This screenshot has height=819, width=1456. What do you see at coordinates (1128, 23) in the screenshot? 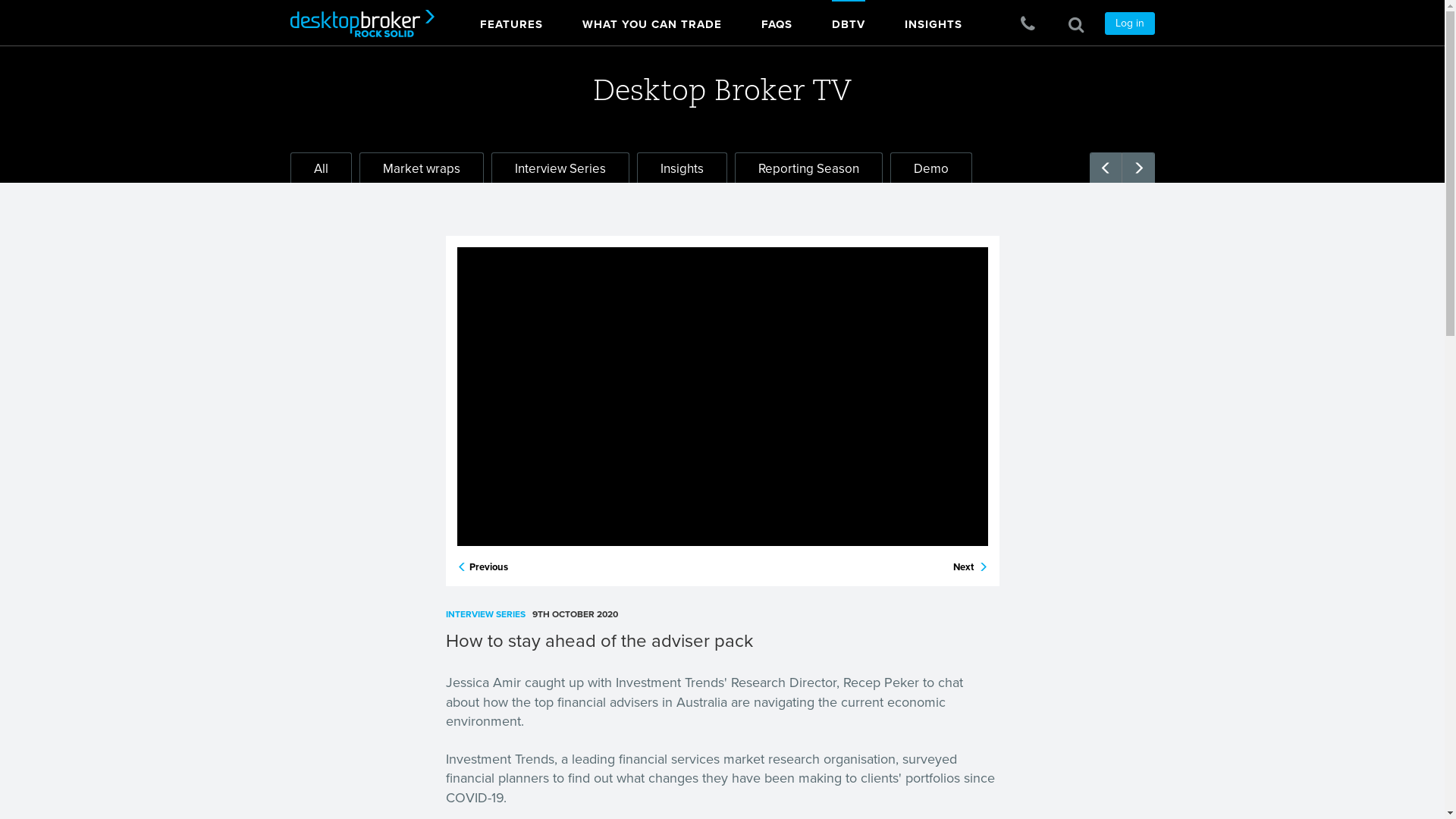
I see `'Log in'` at bounding box center [1128, 23].